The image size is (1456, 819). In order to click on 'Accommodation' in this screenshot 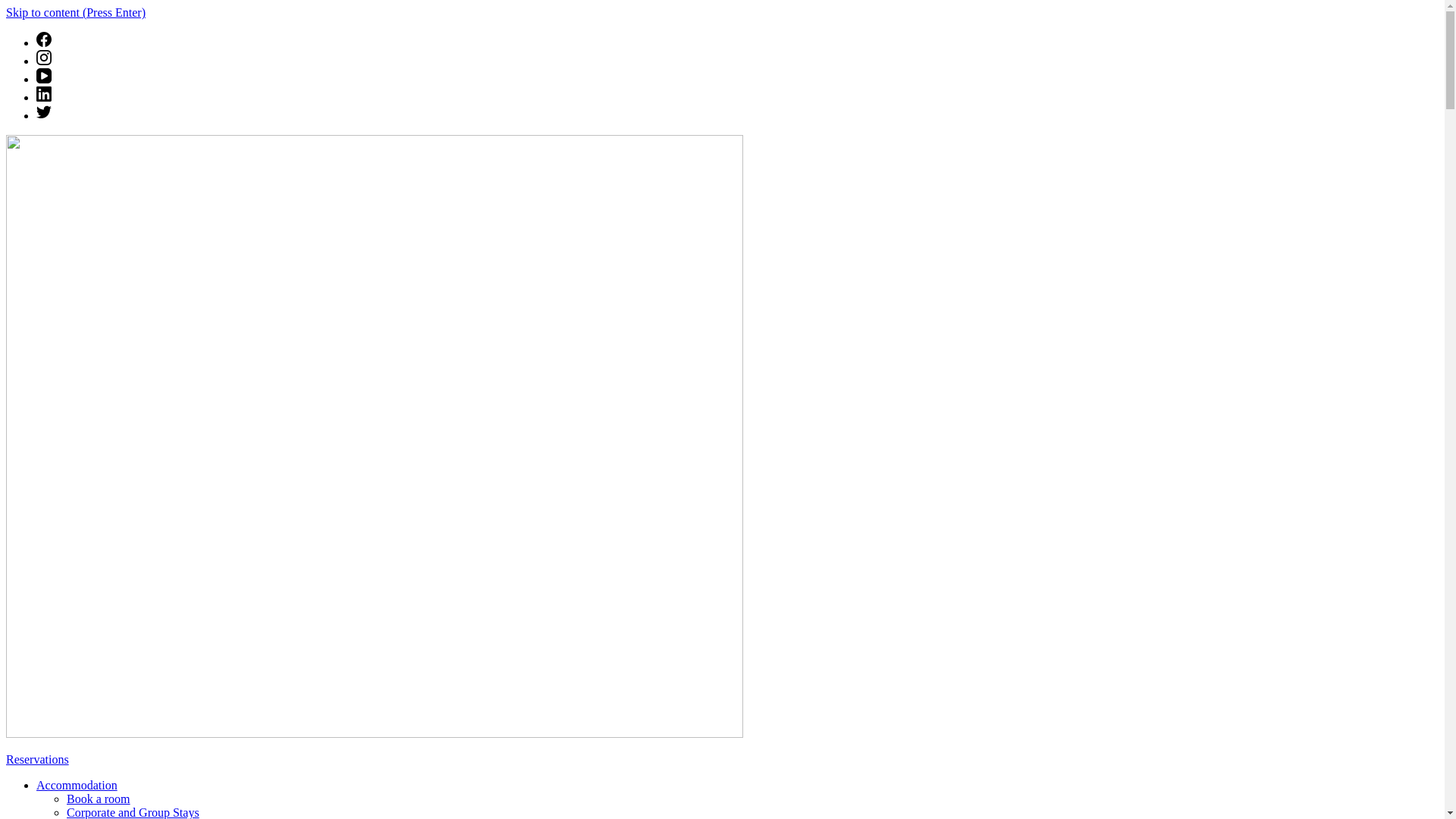, I will do `click(76, 785)`.